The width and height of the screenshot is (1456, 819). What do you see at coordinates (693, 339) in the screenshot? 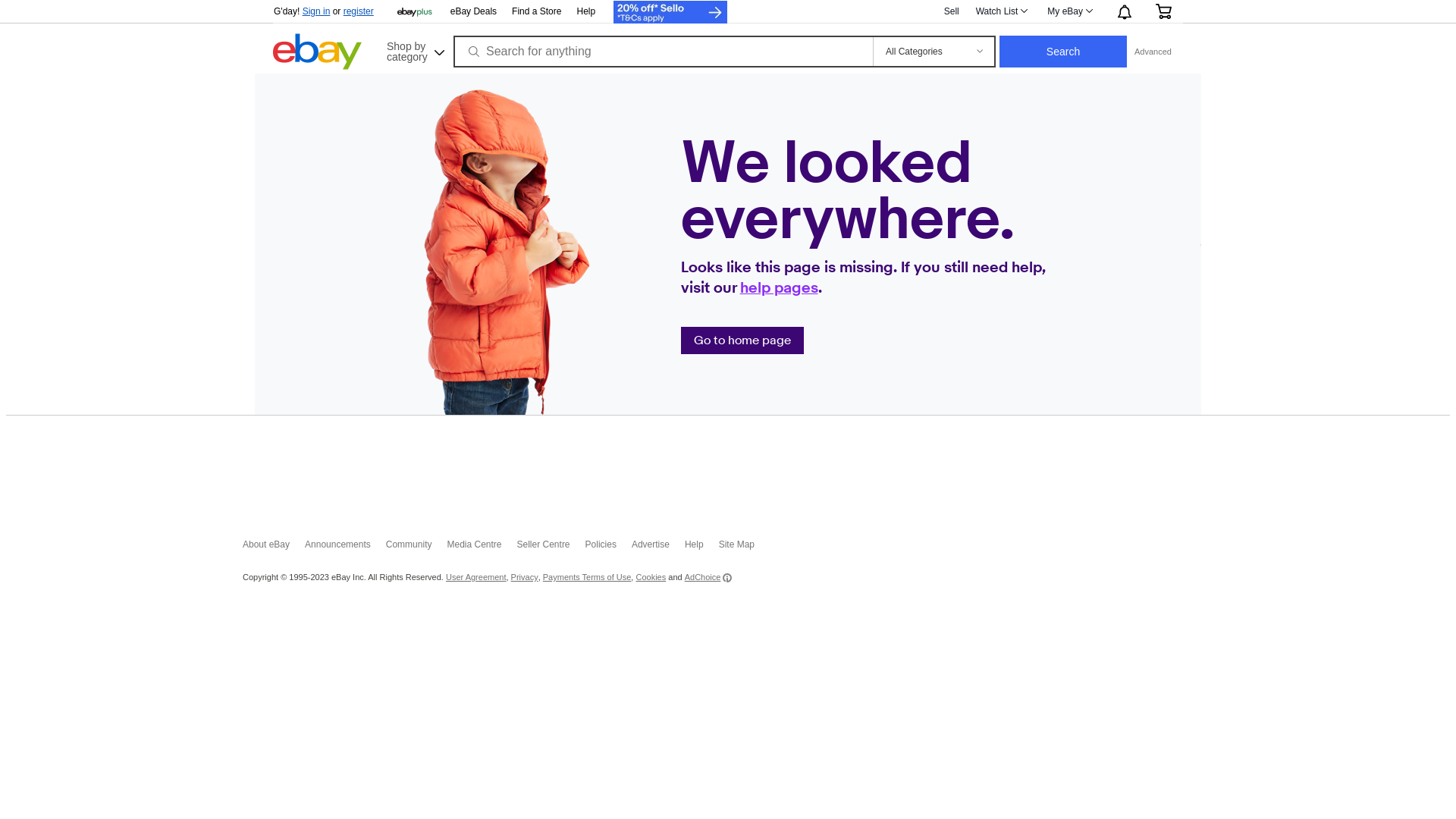
I see `'Go to home page'` at bounding box center [693, 339].